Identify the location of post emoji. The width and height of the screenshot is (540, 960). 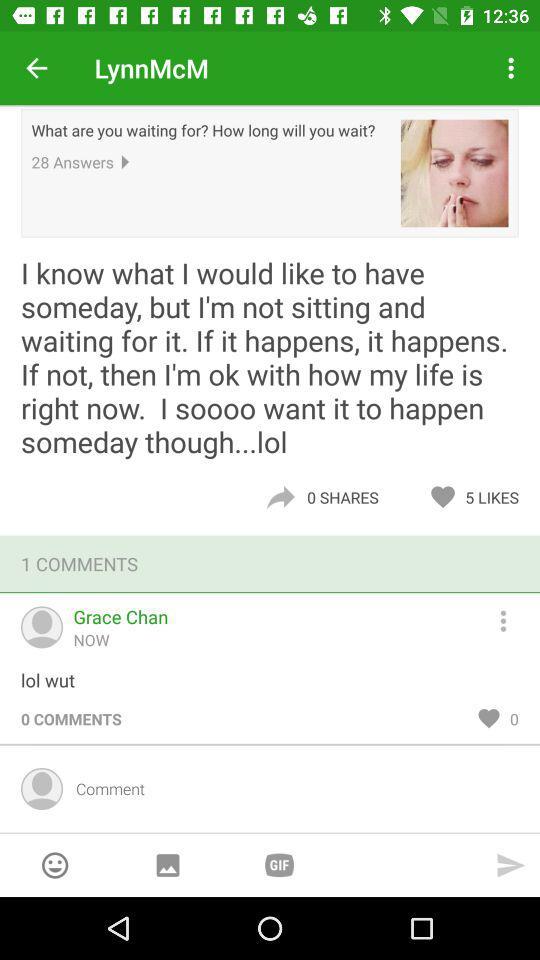
(55, 864).